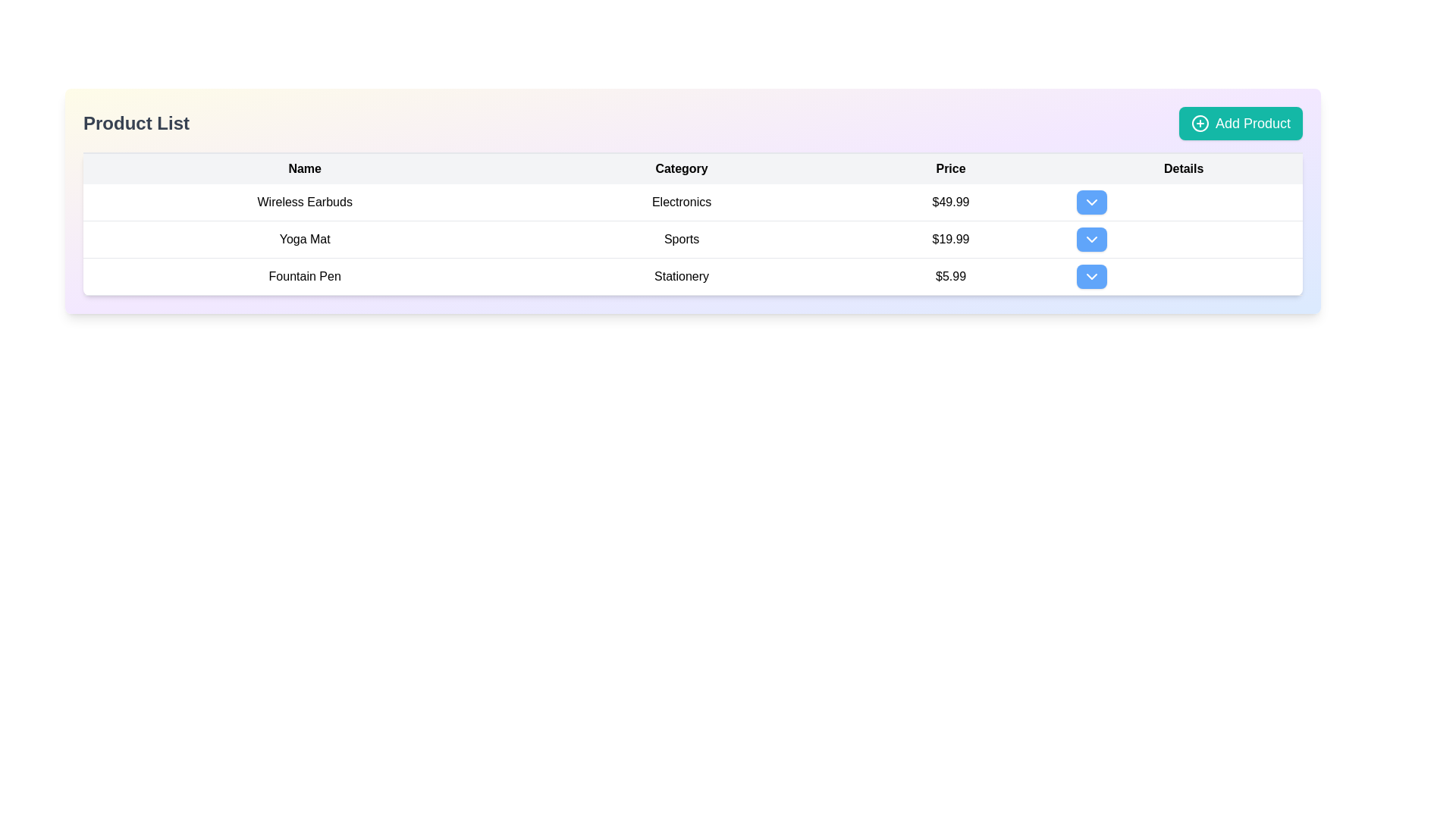 The height and width of the screenshot is (819, 1456). What do you see at coordinates (304, 168) in the screenshot?
I see `the Table Header Cell displaying 'Name' in bold font, which is the first column of the horizontal table header row` at bounding box center [304, 168].